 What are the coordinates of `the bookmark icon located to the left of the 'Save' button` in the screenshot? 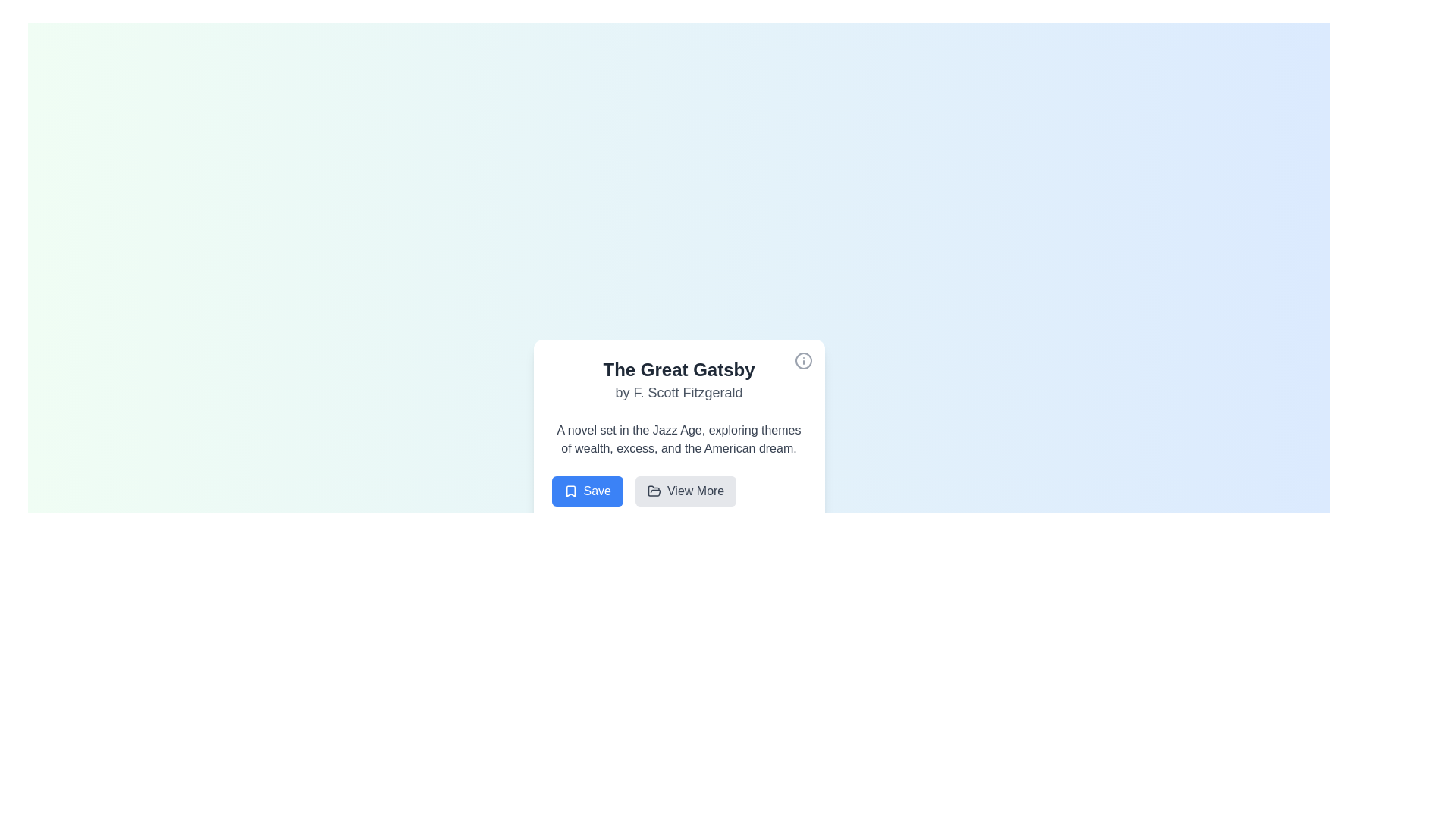 It's located at (570, 491).